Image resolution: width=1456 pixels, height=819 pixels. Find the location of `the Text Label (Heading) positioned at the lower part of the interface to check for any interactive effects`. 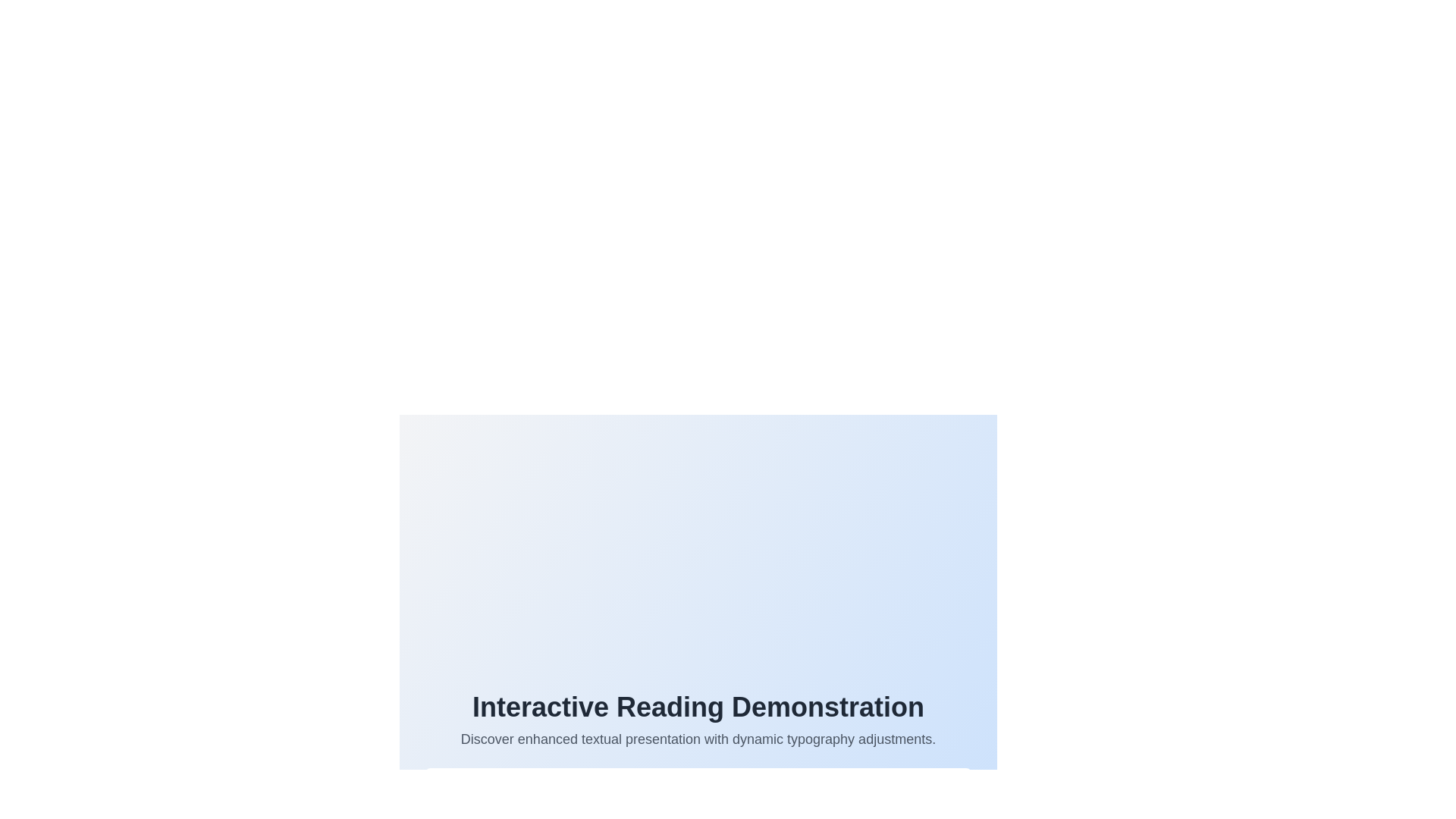

the Text Label (Heading) positioned at the lower part of the interface to check for any interactive effects is located at coordinates (698, 708).